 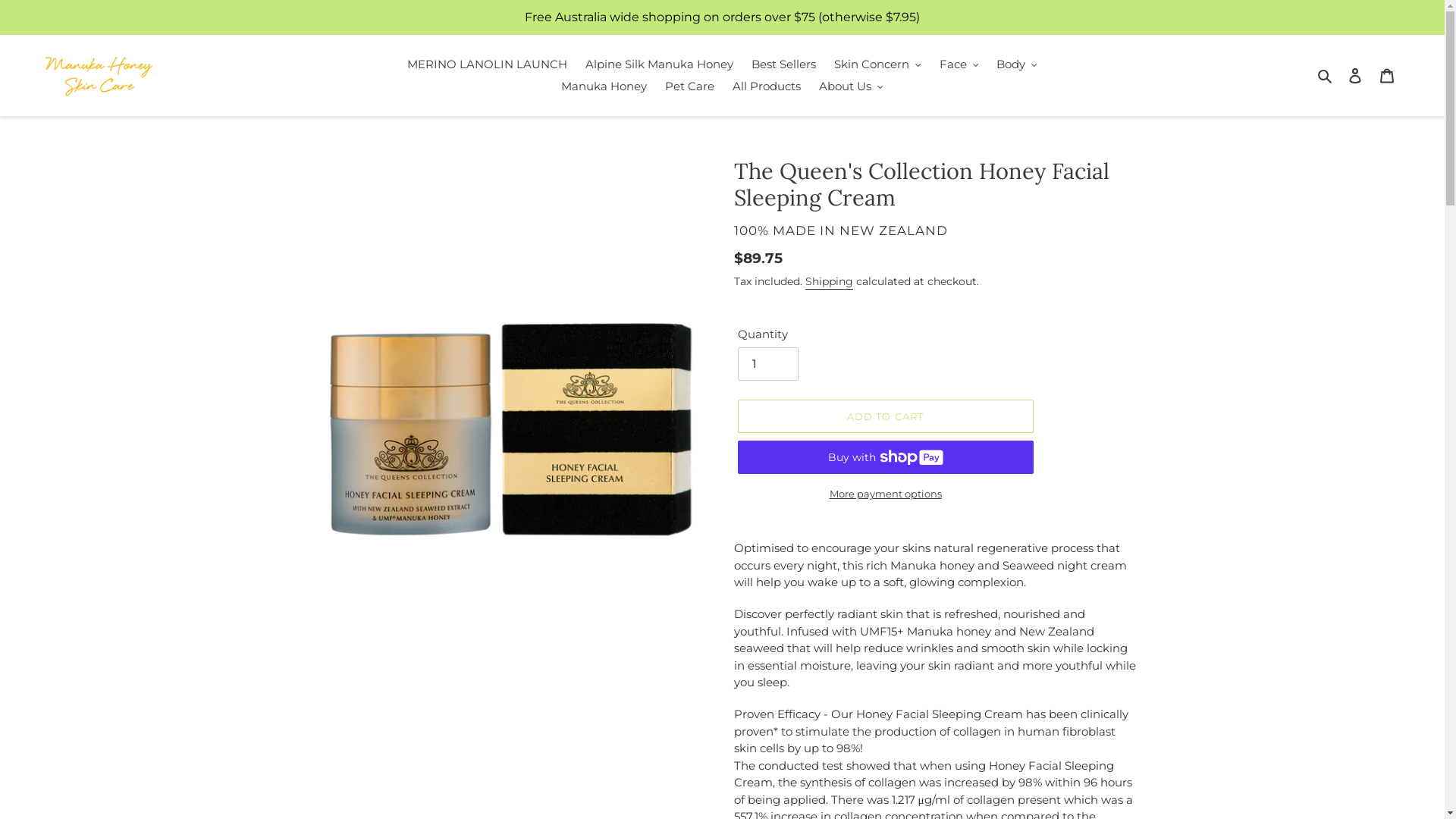 What do you see at coordinates (577, 64) in the screenshot?
I see `'Alpine Silk Manuka Honey'` at bounding box center [577, 64].